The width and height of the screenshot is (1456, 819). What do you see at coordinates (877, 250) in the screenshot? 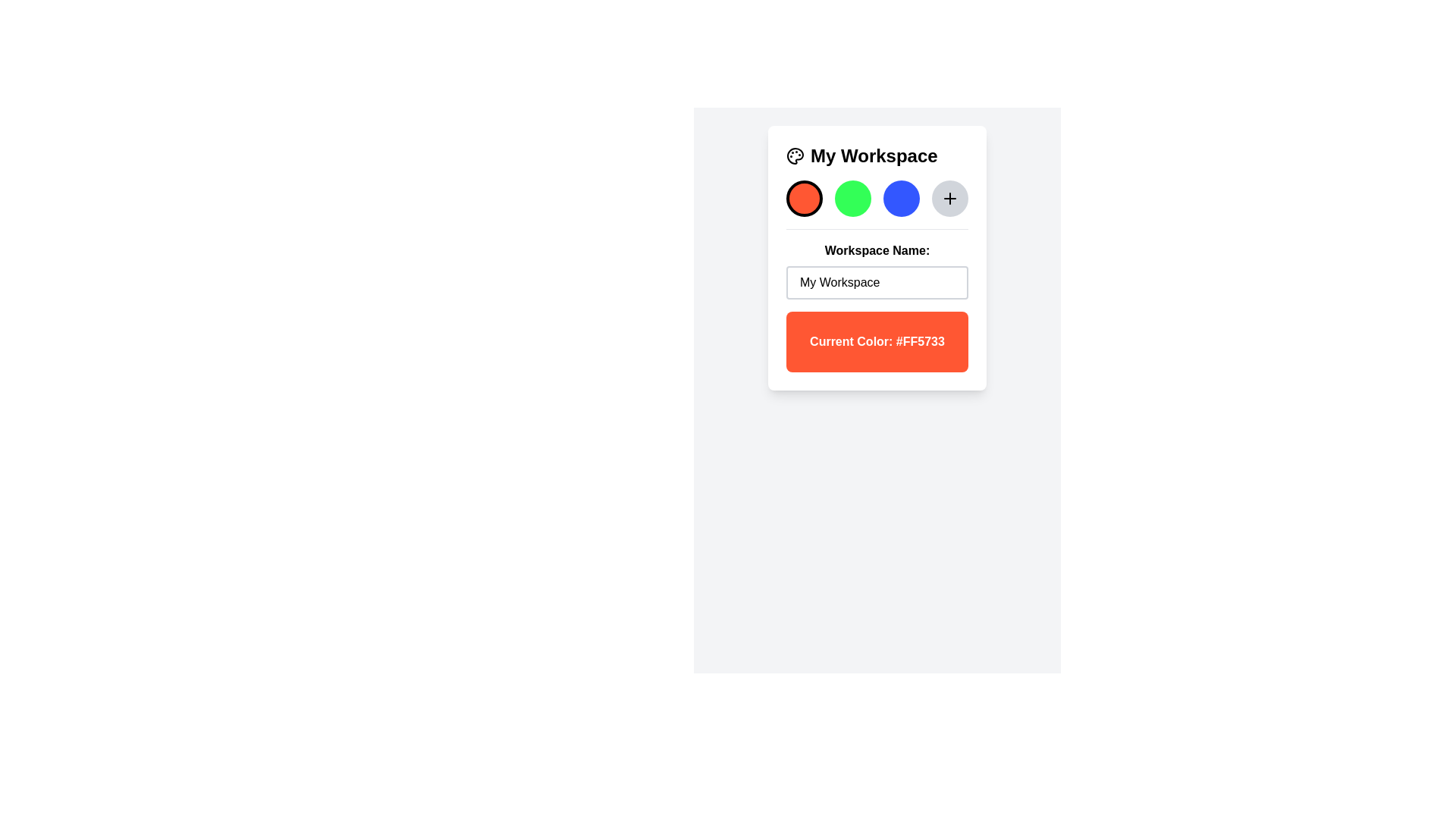
I see `the text label 'Workspace Name:' which is styled in bold font and positioned above the input field containing 'My Workspace'` at bounding box center [877, 250].